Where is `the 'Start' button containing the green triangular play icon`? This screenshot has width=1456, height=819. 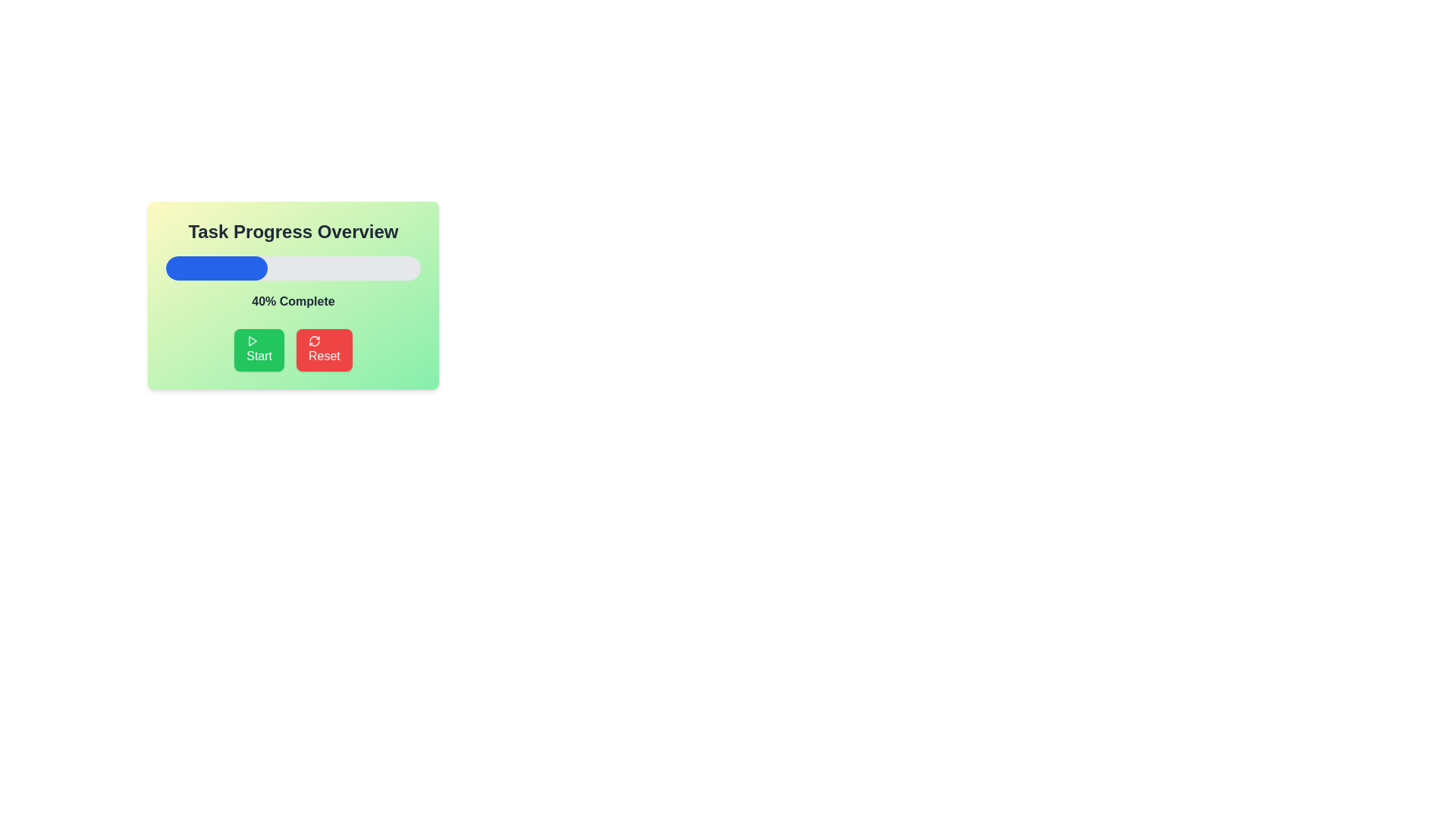 the 'Start' button containing the green triangular play icon is located at coordinates (253, 341).